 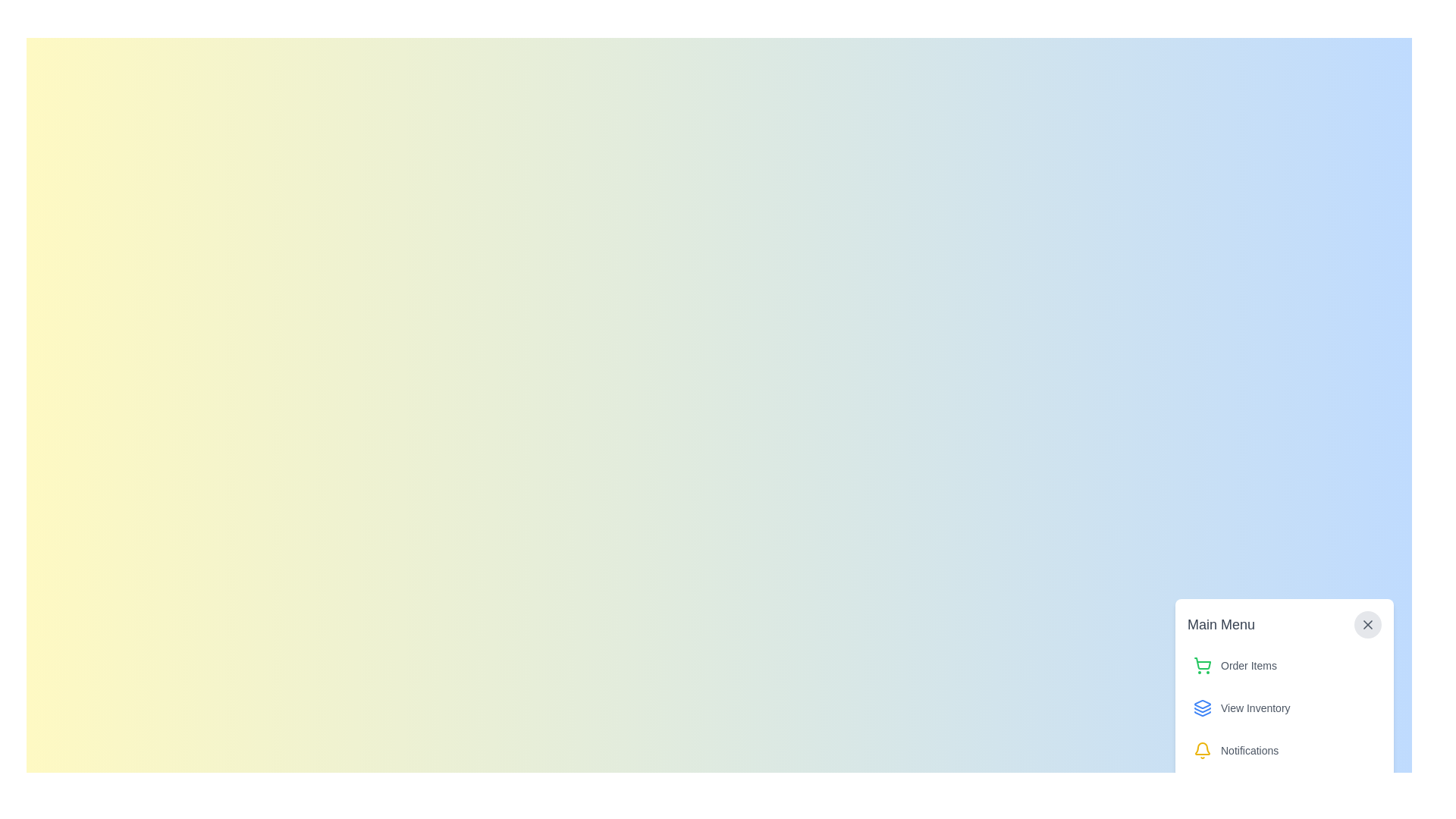 What do you see at coordinates (1255, 708) in the screenshot?
I see `the 'View Inventory' text label located within the clickable area of the navigation menu` at bounding box center [1255, 708].